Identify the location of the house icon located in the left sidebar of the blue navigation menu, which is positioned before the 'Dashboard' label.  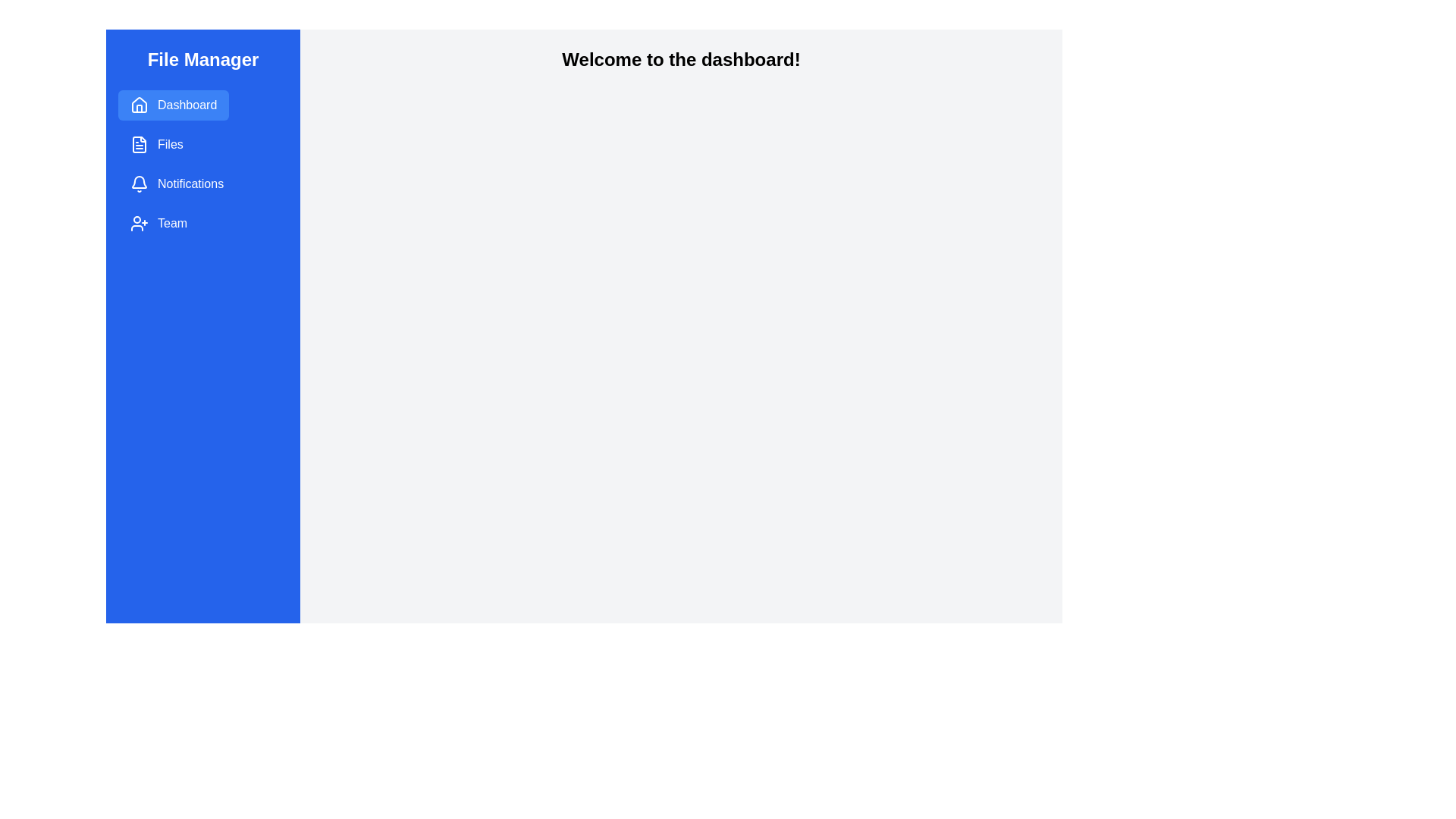
(139, 104).